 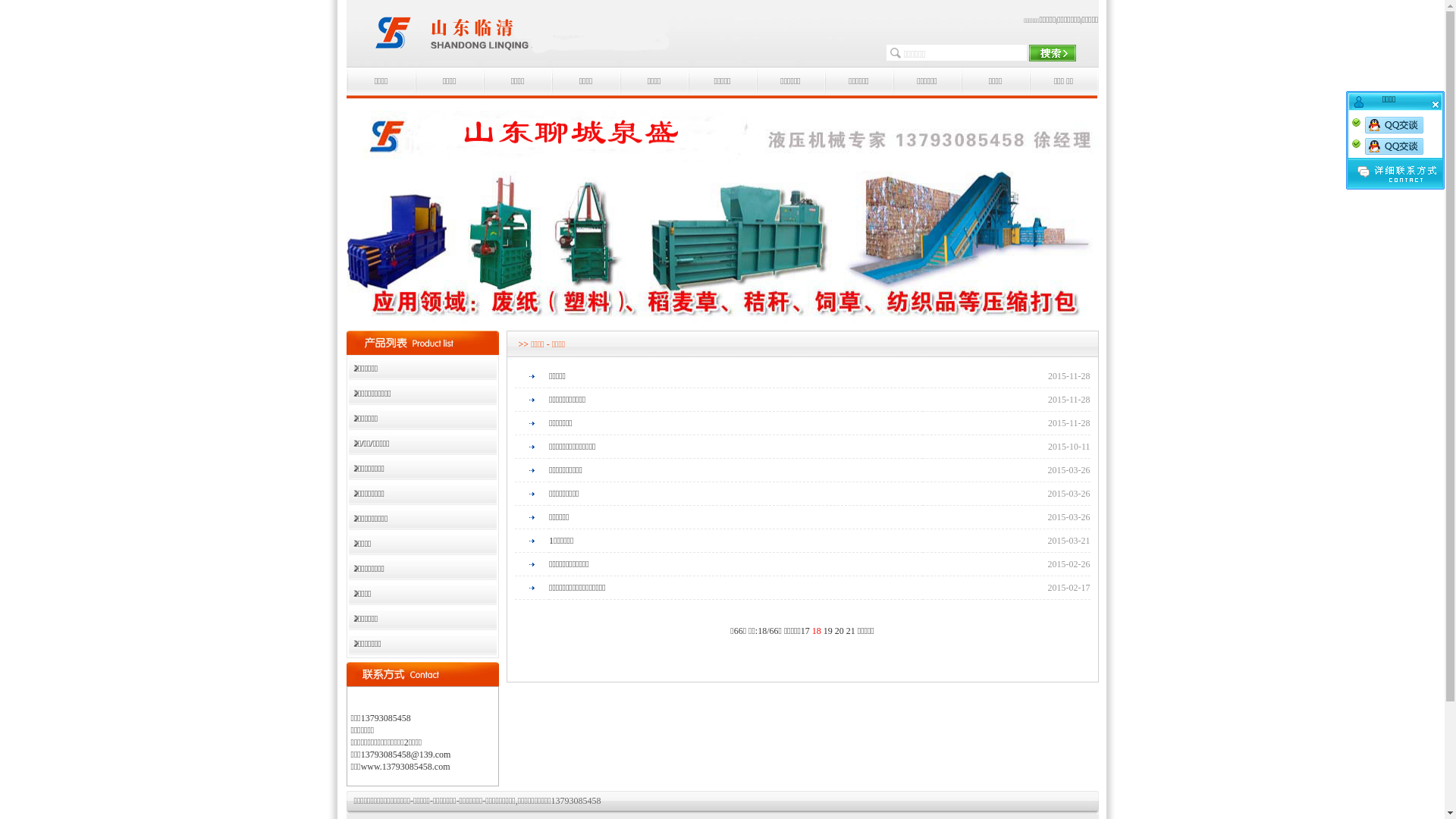 I want to click on '19', so click(x=827, y=631).